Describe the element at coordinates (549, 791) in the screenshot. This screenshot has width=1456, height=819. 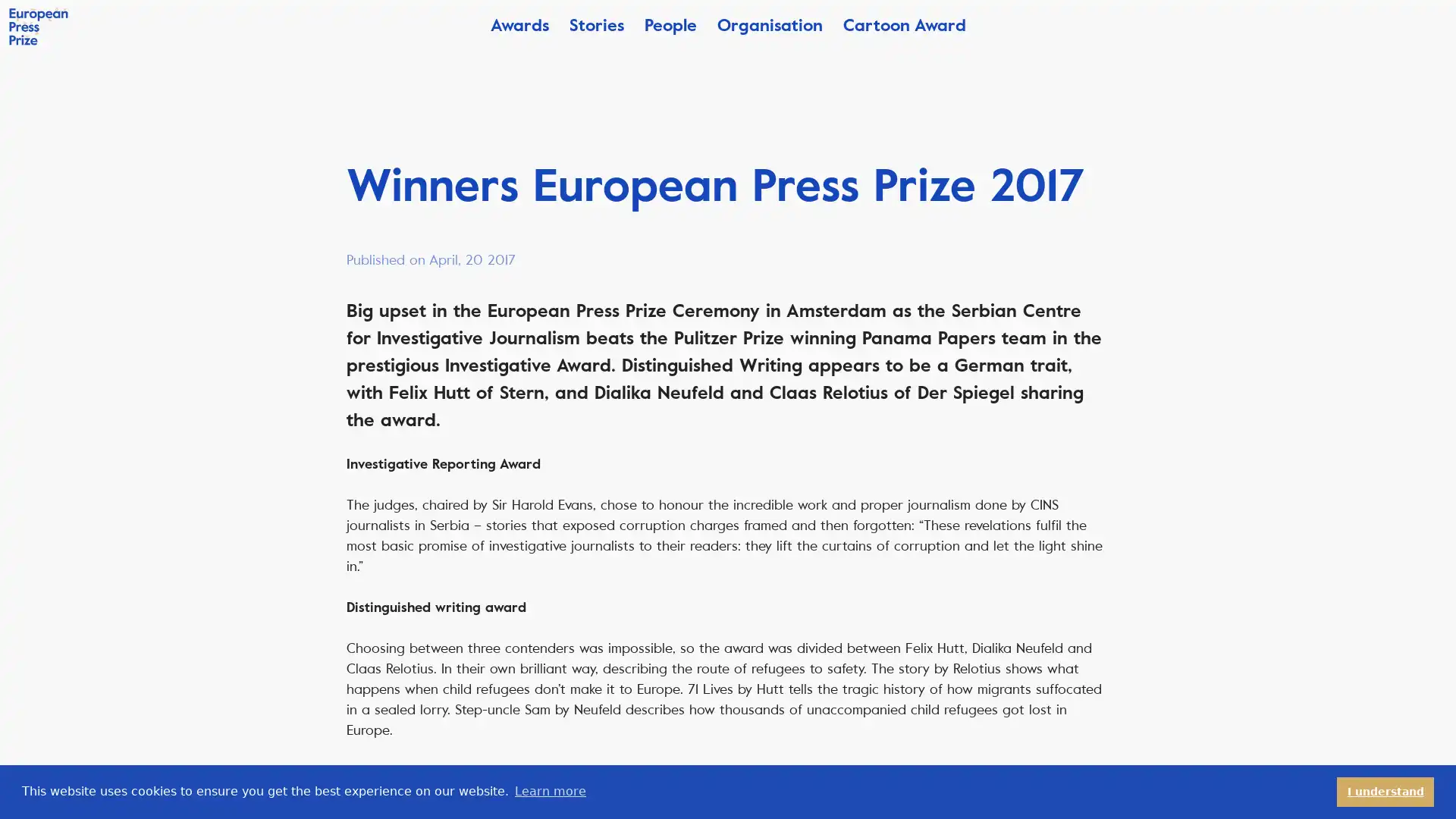
I see `learn more about cookies` at that location.